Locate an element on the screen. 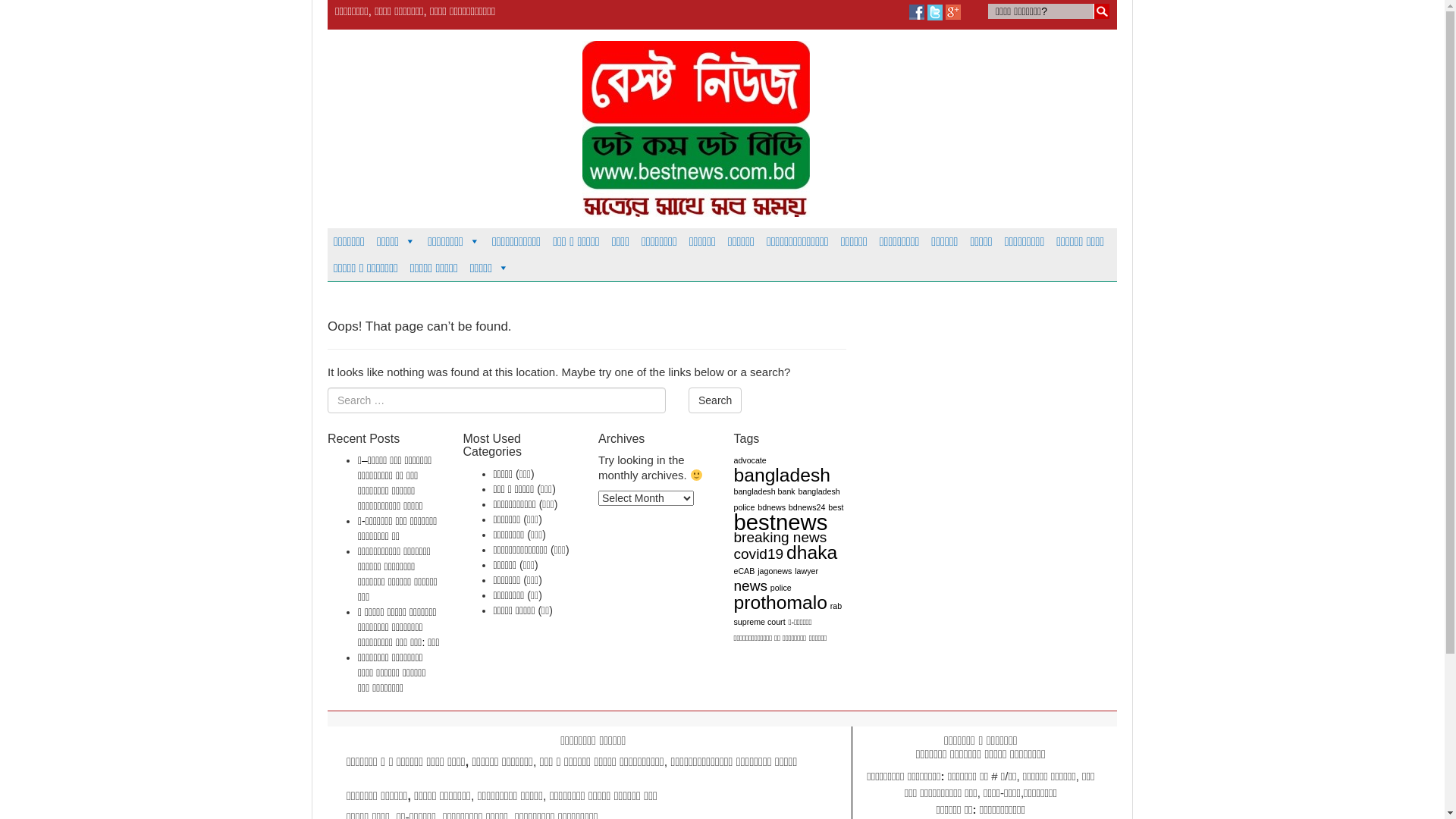 This screenshot has height=819, width=1456. 'police' is located at coordinates (781, 587).